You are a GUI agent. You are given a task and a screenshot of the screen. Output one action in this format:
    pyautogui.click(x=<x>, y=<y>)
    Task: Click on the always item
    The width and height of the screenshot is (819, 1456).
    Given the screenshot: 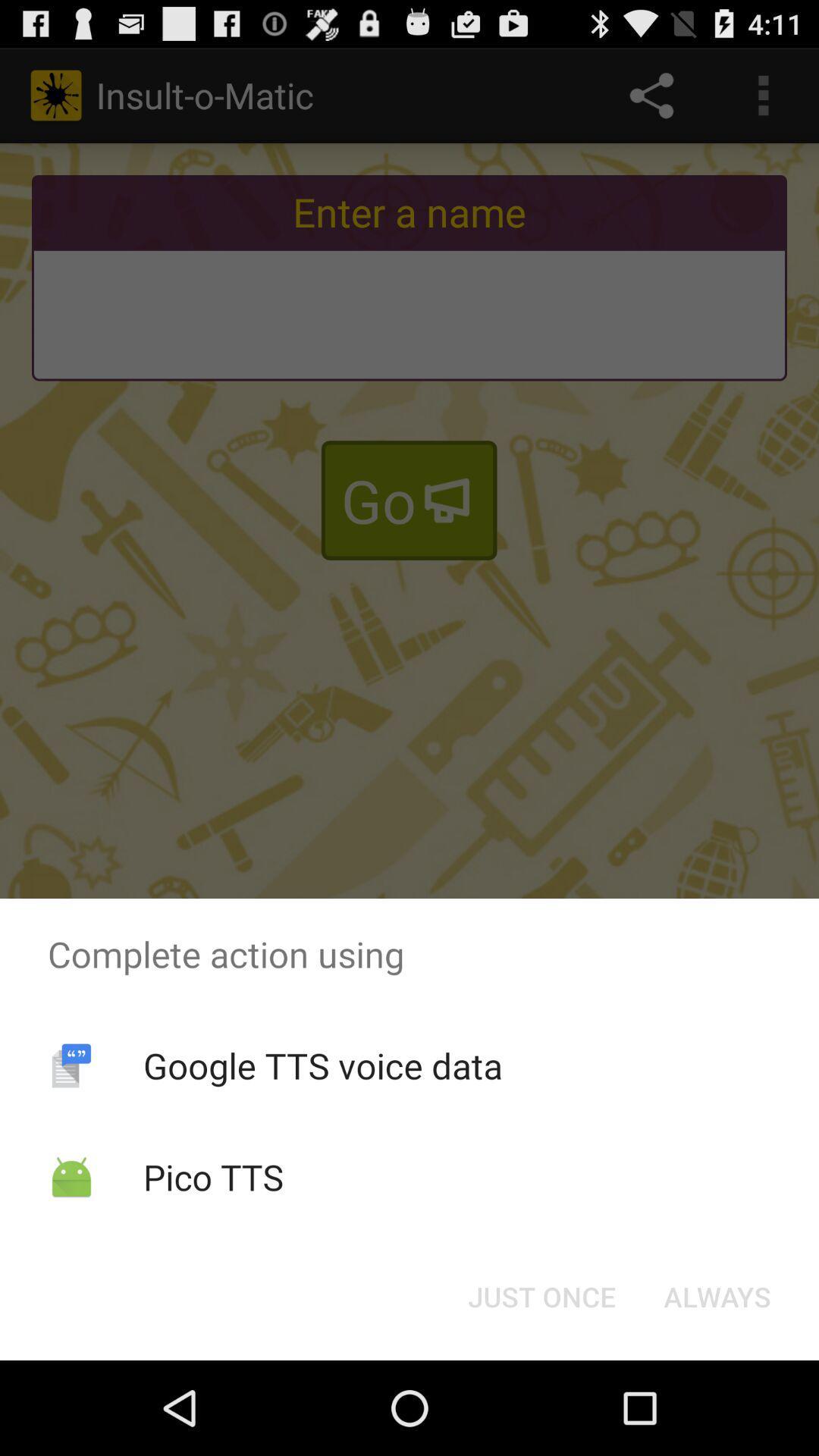 What is the action you would take?
    pyautogui.click(x=717, y=1295)
    